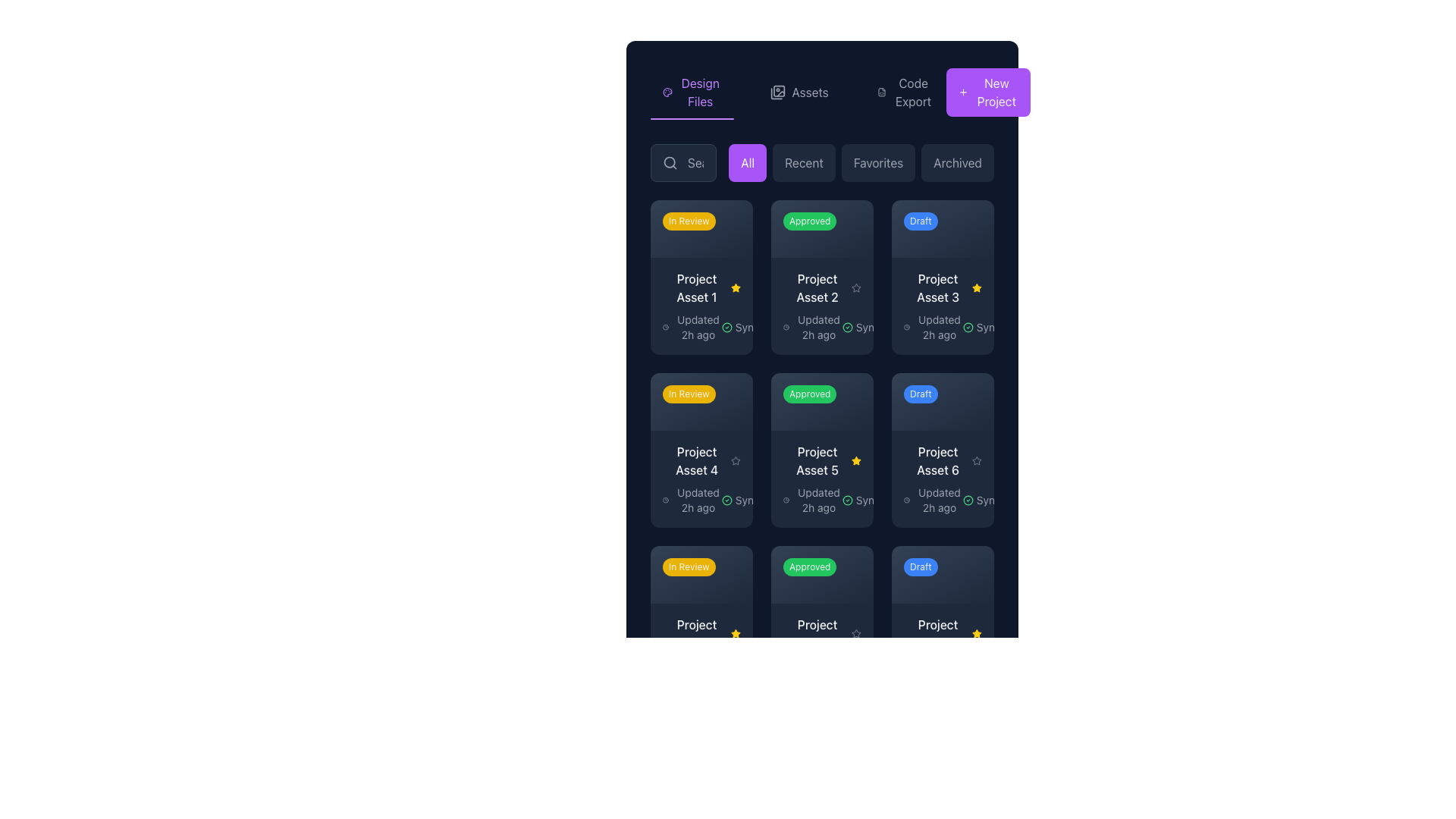 This screenshot has width=1456, height=819. I want to click on the green rectangular 'Approved' status badge located in the fifth card of the second row, which is labeled 'Project Asset 5', so click(818, 396).